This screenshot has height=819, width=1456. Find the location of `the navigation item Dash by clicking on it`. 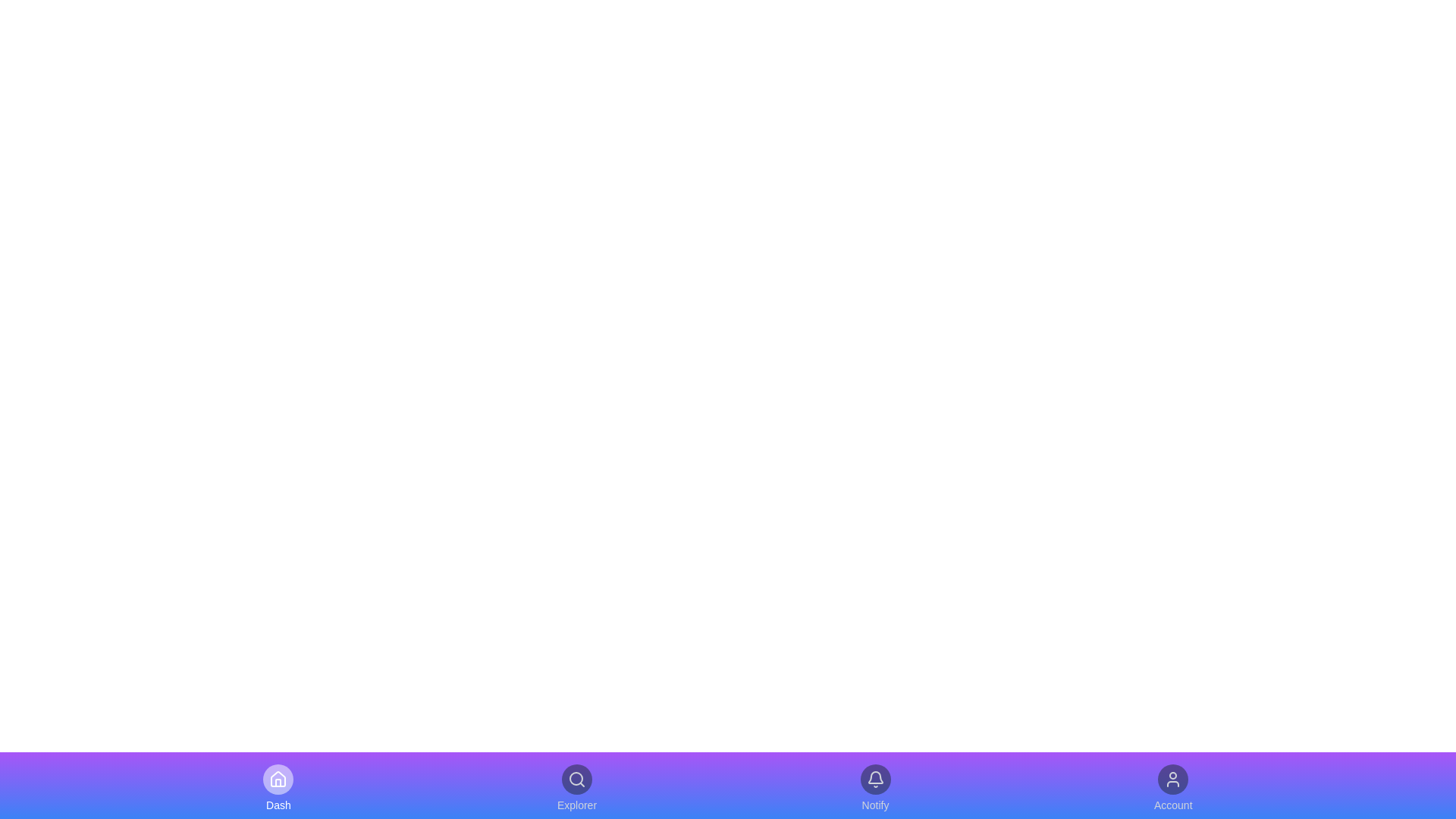

the navigation item Dash by clicking on it is located at coordinates (278, 788).